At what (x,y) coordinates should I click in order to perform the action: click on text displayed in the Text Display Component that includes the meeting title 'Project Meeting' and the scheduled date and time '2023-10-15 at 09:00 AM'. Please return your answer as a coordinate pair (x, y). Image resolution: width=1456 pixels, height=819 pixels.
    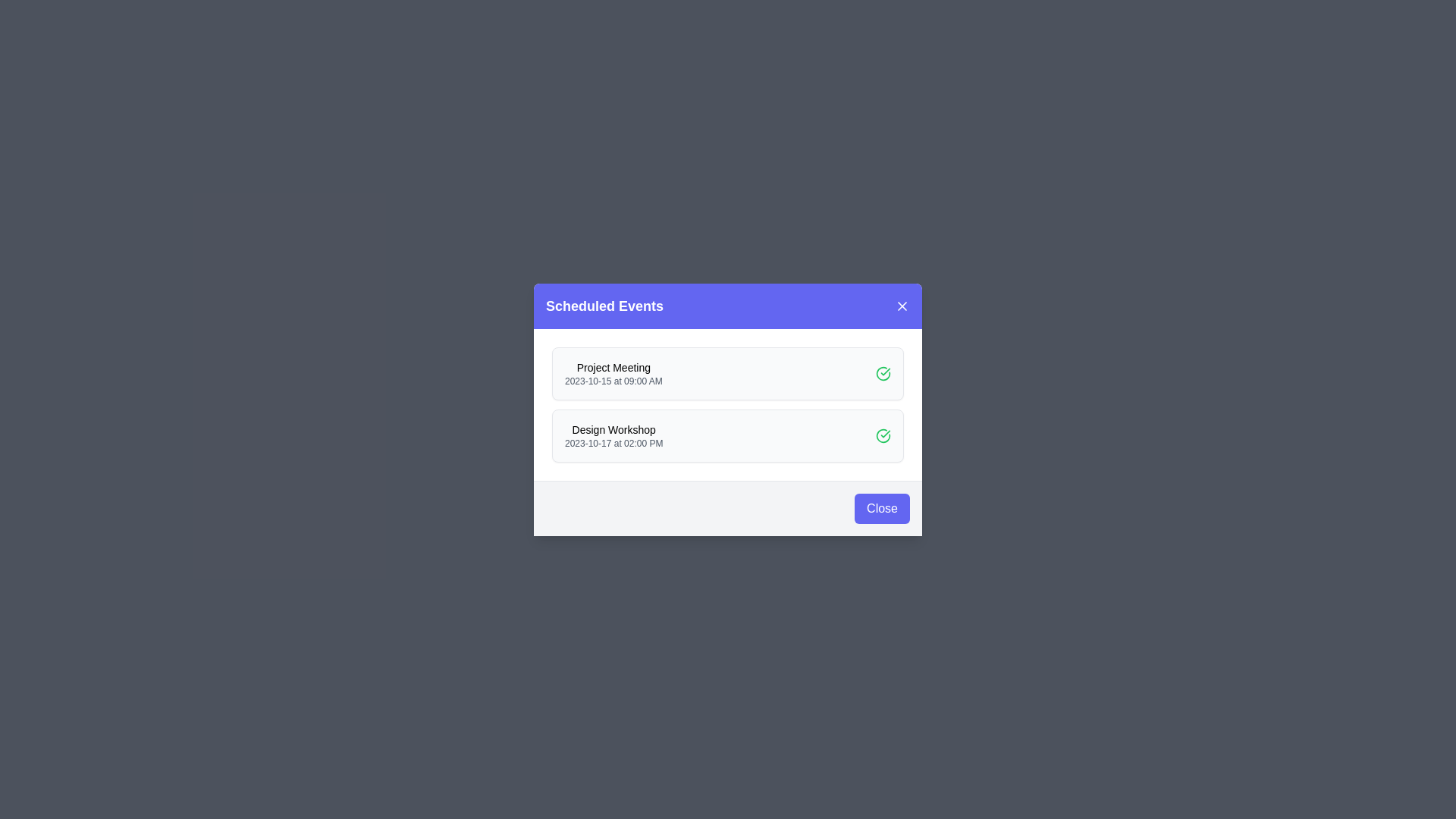
    Looking at the image, I should click on (613, 373).